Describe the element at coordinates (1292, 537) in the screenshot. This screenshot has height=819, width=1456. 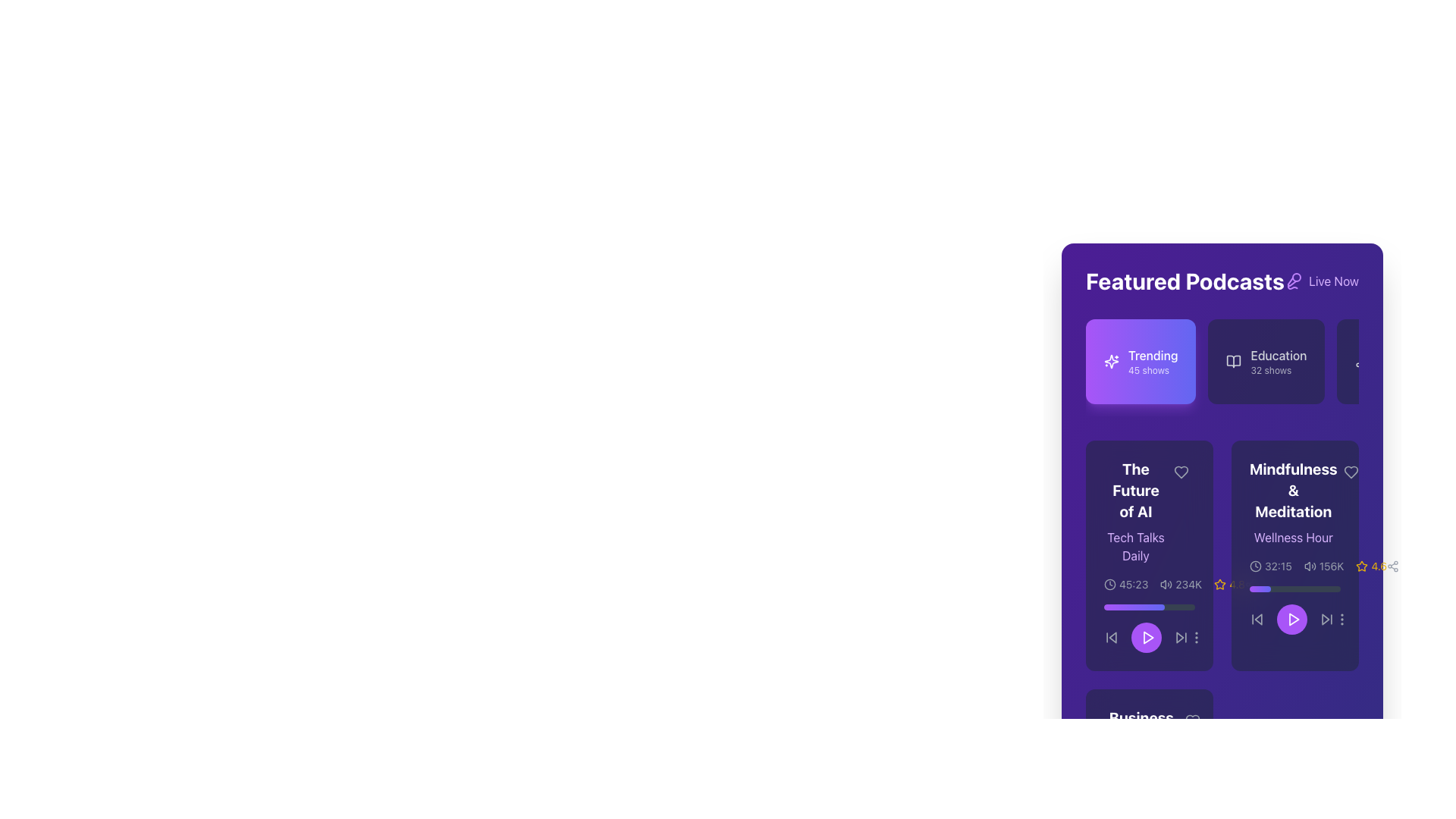
I see `the static text label displaying 'Wellness Hour' styled in light purple, located below 'Mindfulness & Meditation' in the 'Featured Podcasts' section` at that location.